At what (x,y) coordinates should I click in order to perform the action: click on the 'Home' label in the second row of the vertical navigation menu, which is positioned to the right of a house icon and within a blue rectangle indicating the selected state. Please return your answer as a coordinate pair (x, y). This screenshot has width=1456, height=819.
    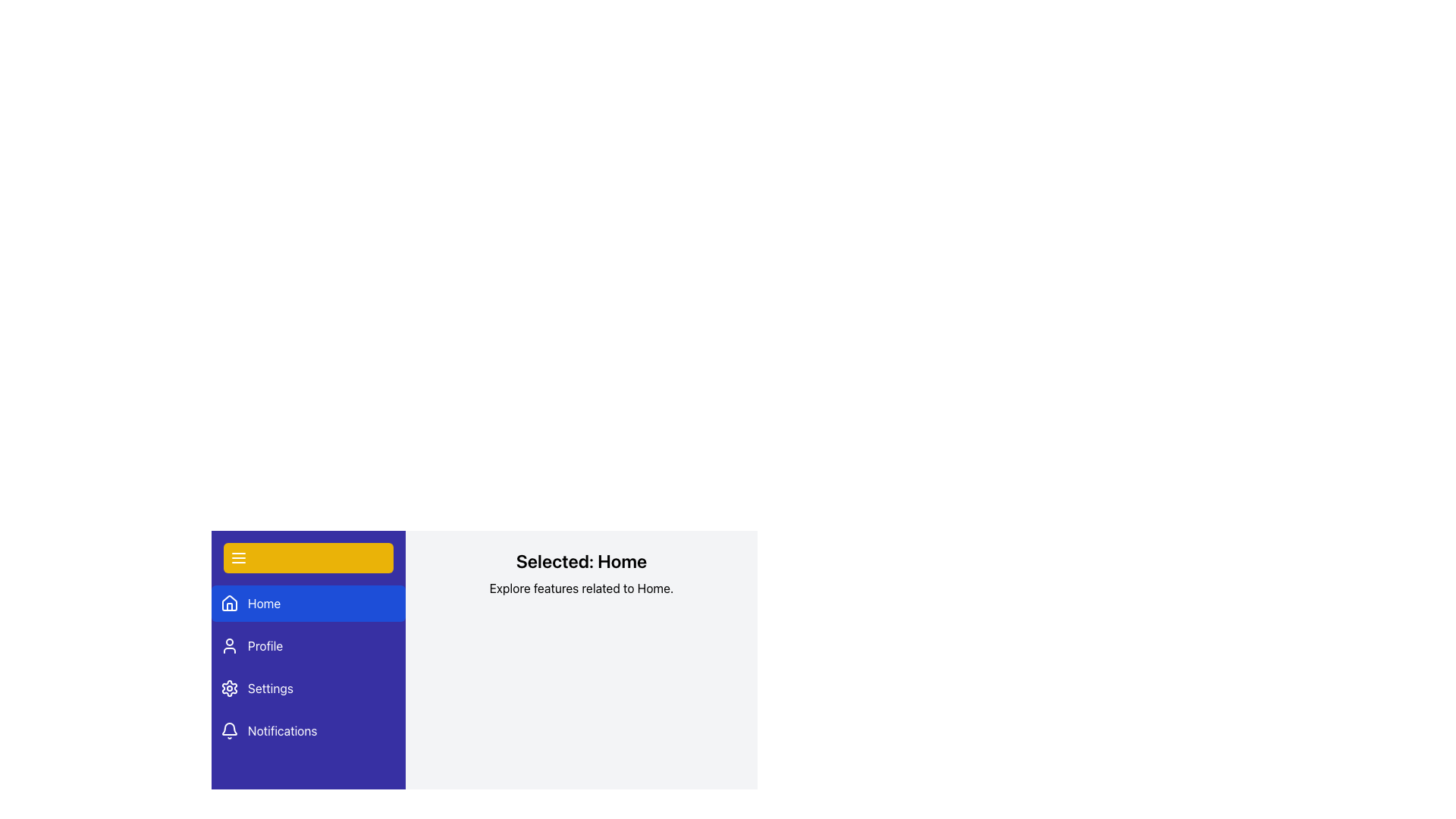
    Looking at the image, I should click on (264, 602).